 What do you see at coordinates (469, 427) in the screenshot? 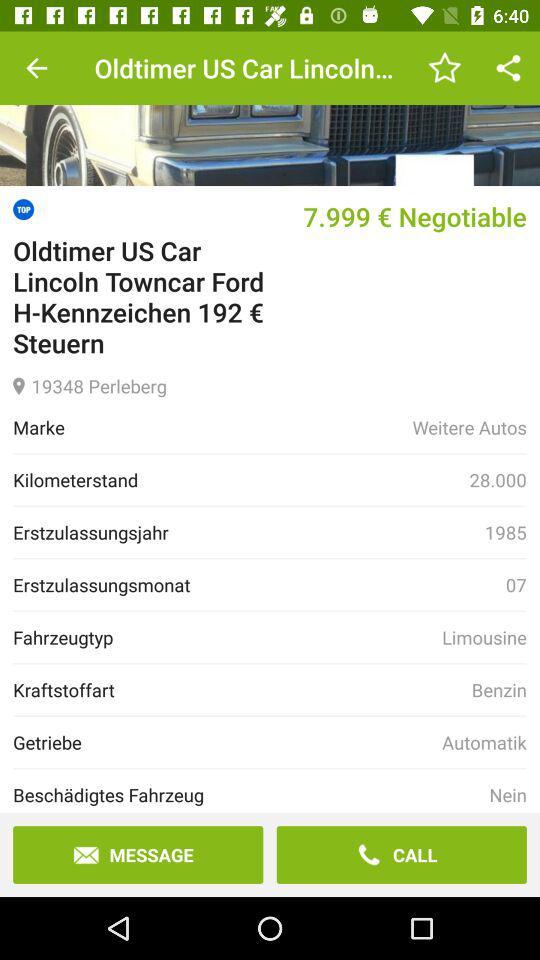
I see `the item to the right of marke icon` at bounding box center [469, 427].